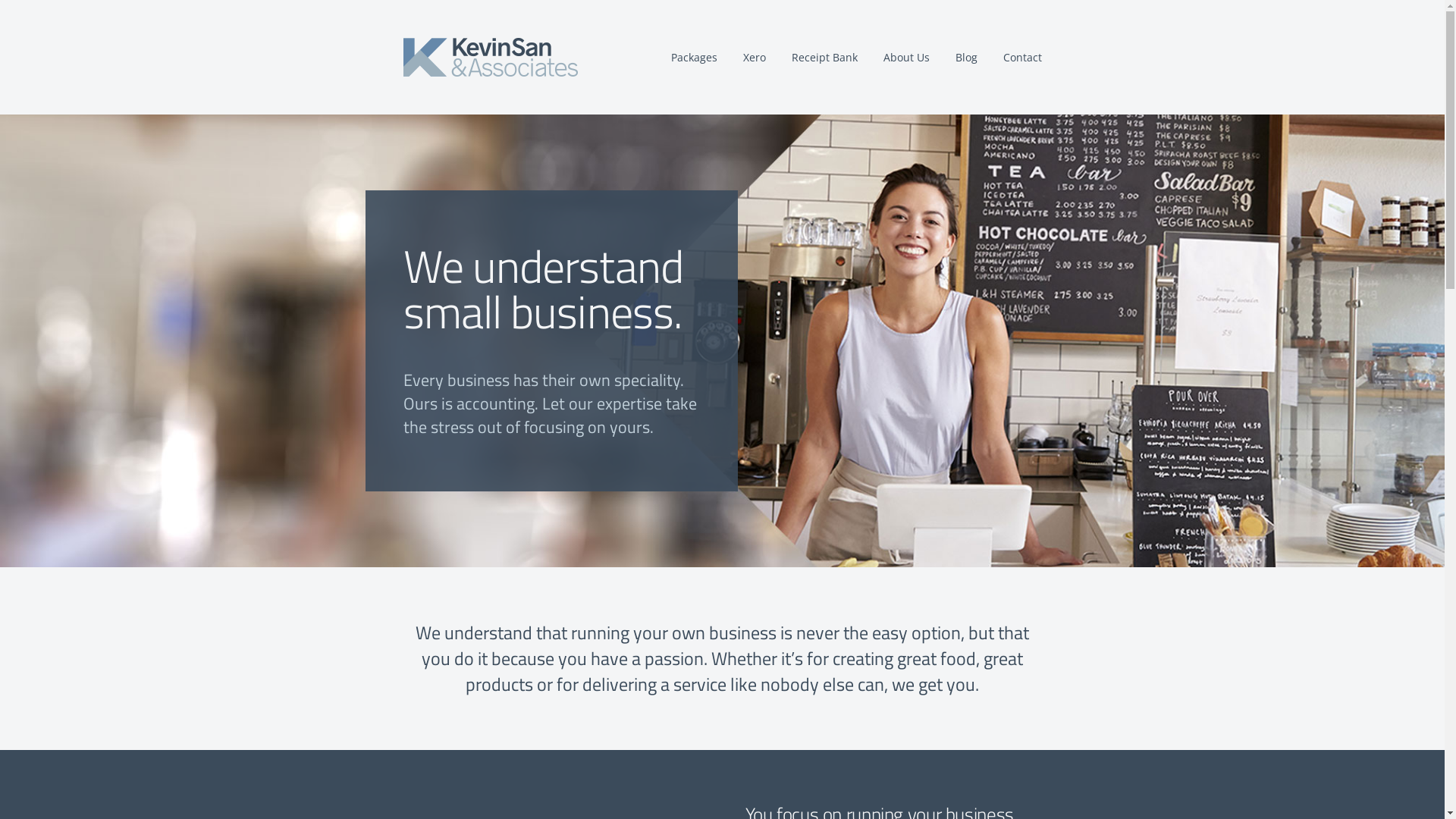  What do you see at coordinates (754, 56) in the screenshot?
I see `'Xero'` at bounding box center [754, 56].